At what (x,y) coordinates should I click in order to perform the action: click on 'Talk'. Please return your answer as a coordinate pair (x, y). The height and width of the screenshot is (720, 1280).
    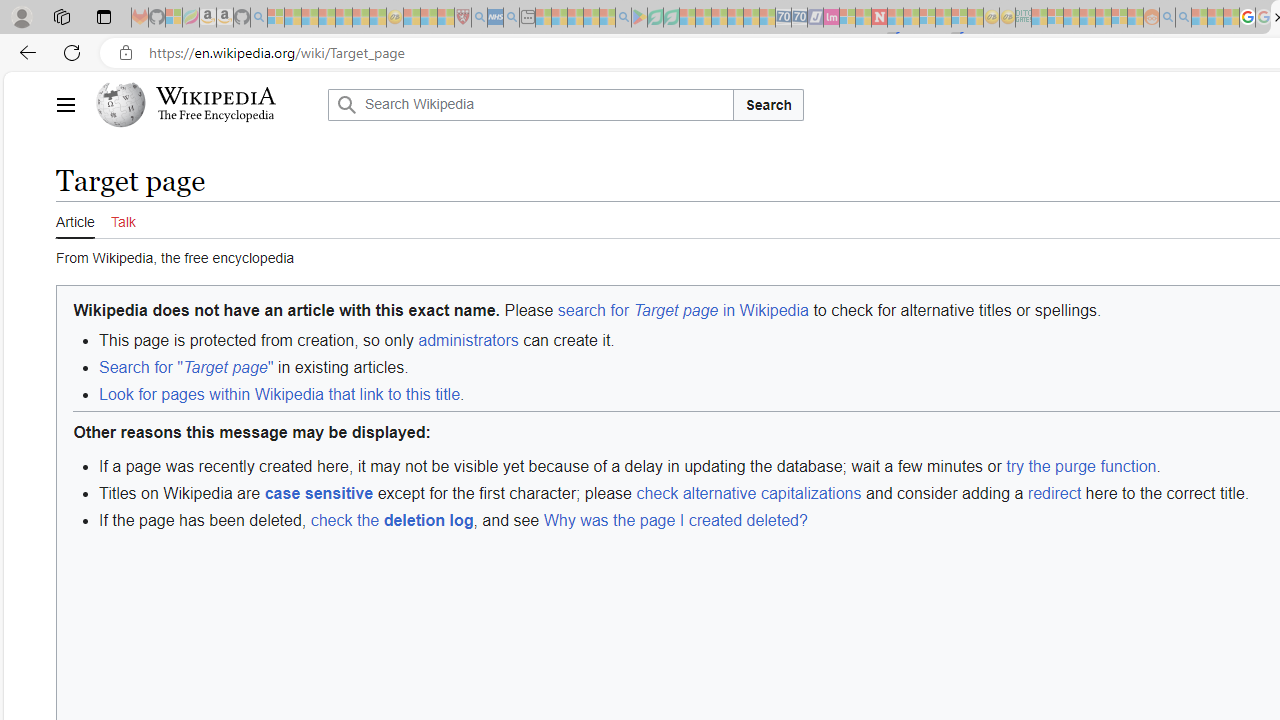
    Looking at the image, I should click on (121, 219).